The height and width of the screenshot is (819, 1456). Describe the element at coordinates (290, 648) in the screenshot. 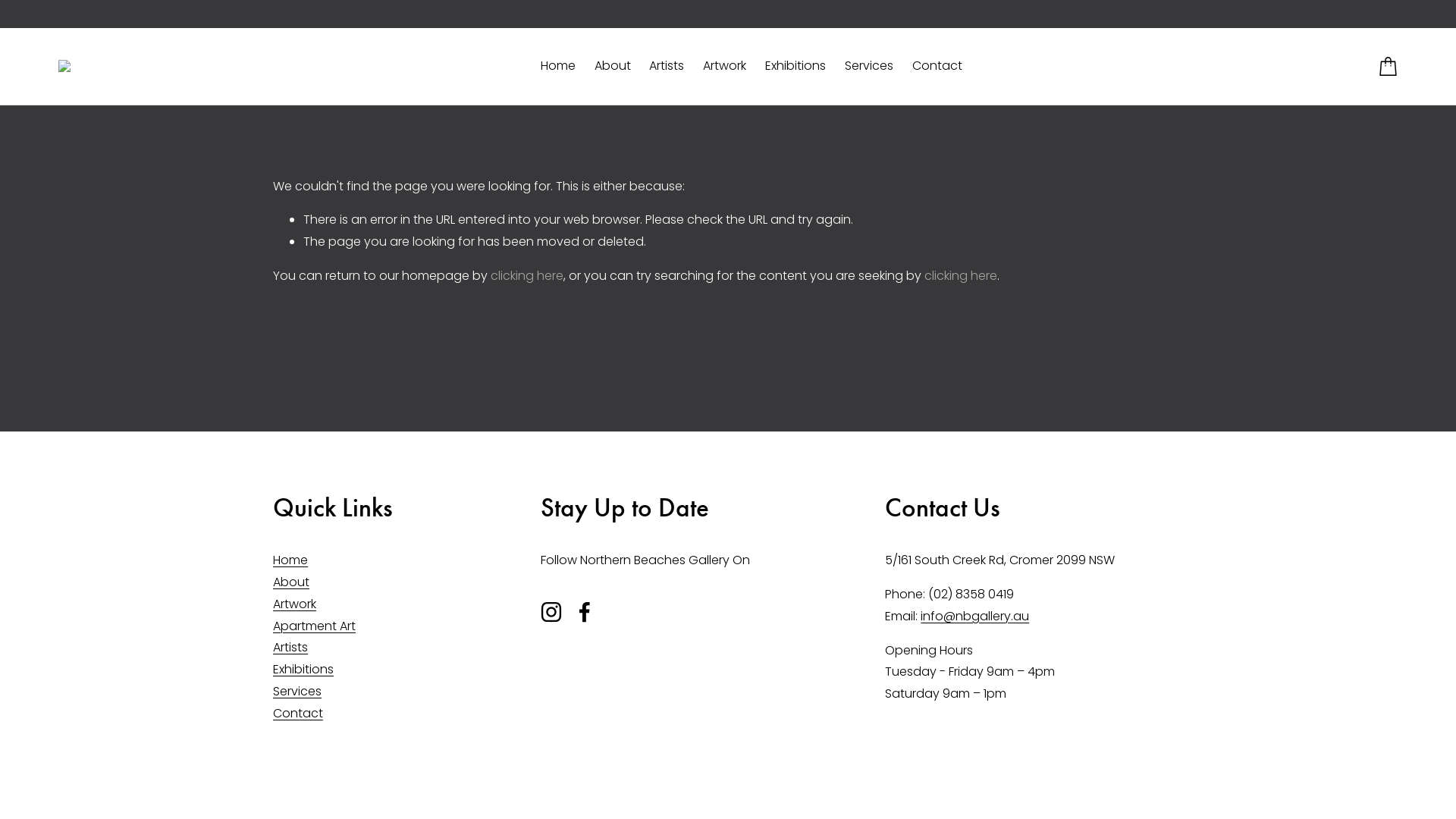

I see `'Artists'` at that location.